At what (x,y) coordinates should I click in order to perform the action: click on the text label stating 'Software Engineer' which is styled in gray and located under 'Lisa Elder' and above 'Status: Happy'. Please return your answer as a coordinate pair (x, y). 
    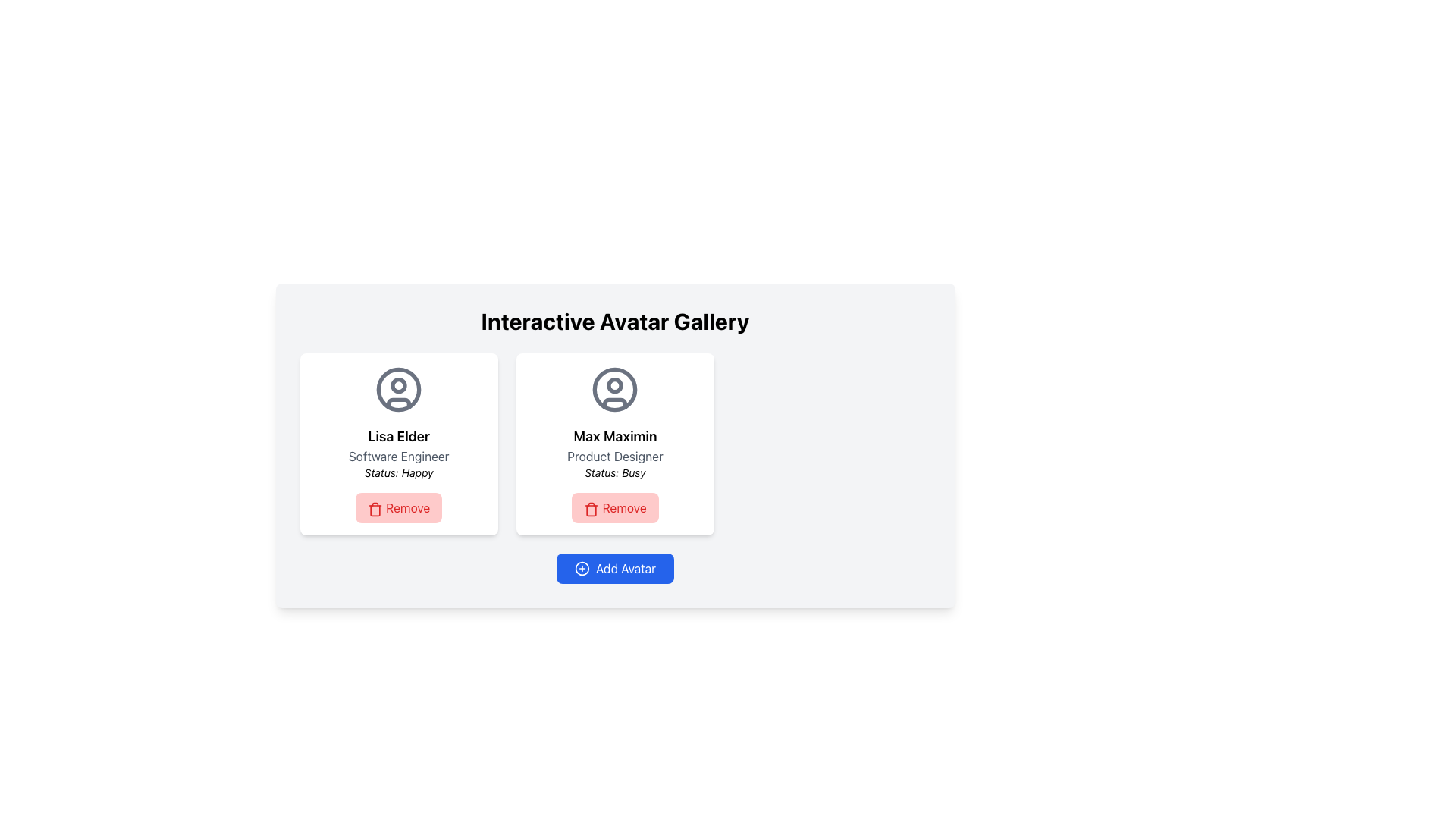
    Looking at the image, I should click on (399, 455).